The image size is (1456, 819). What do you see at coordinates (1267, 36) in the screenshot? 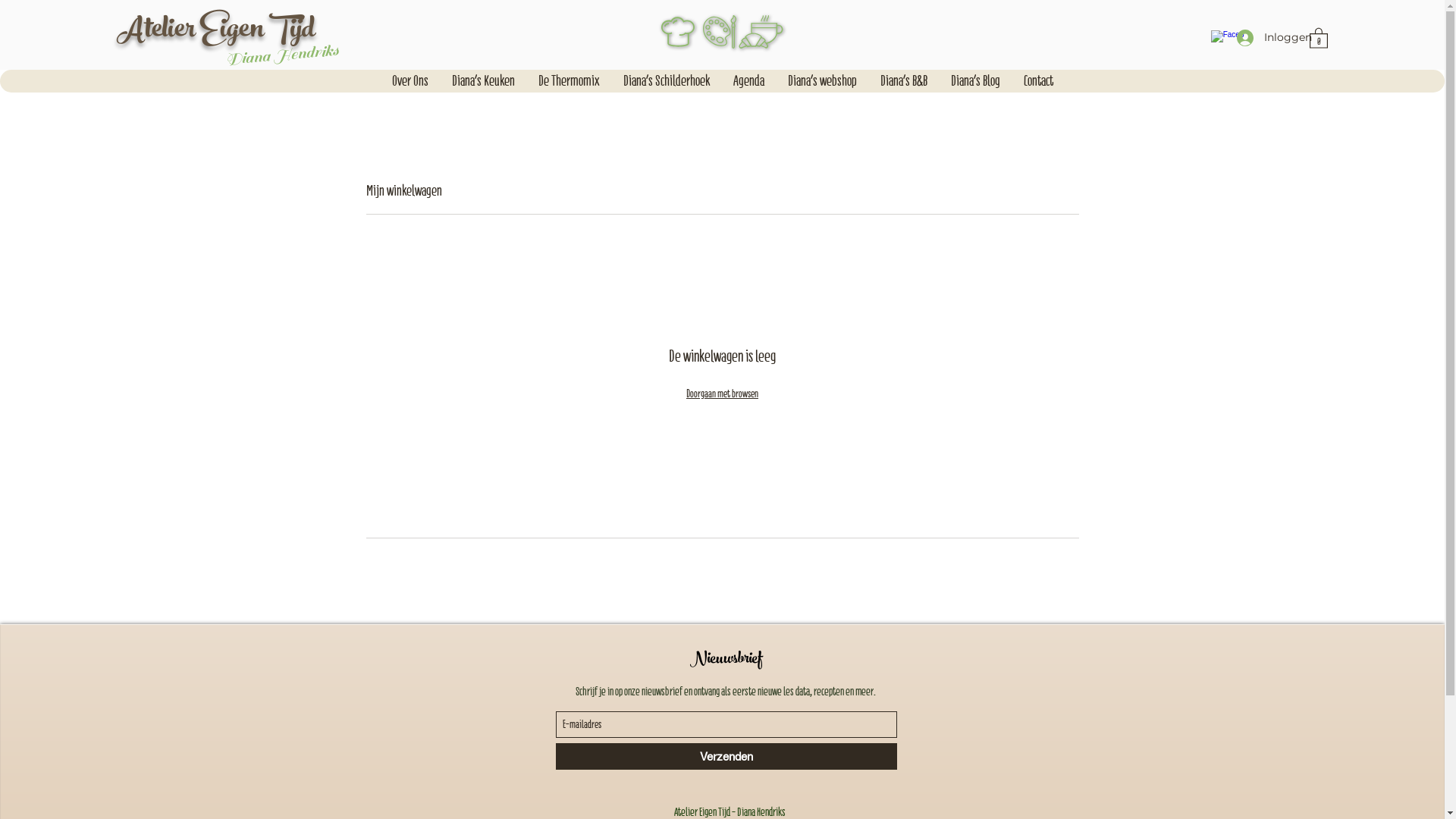
I see `'Inloggen'` at bounding box center [1267, 36].